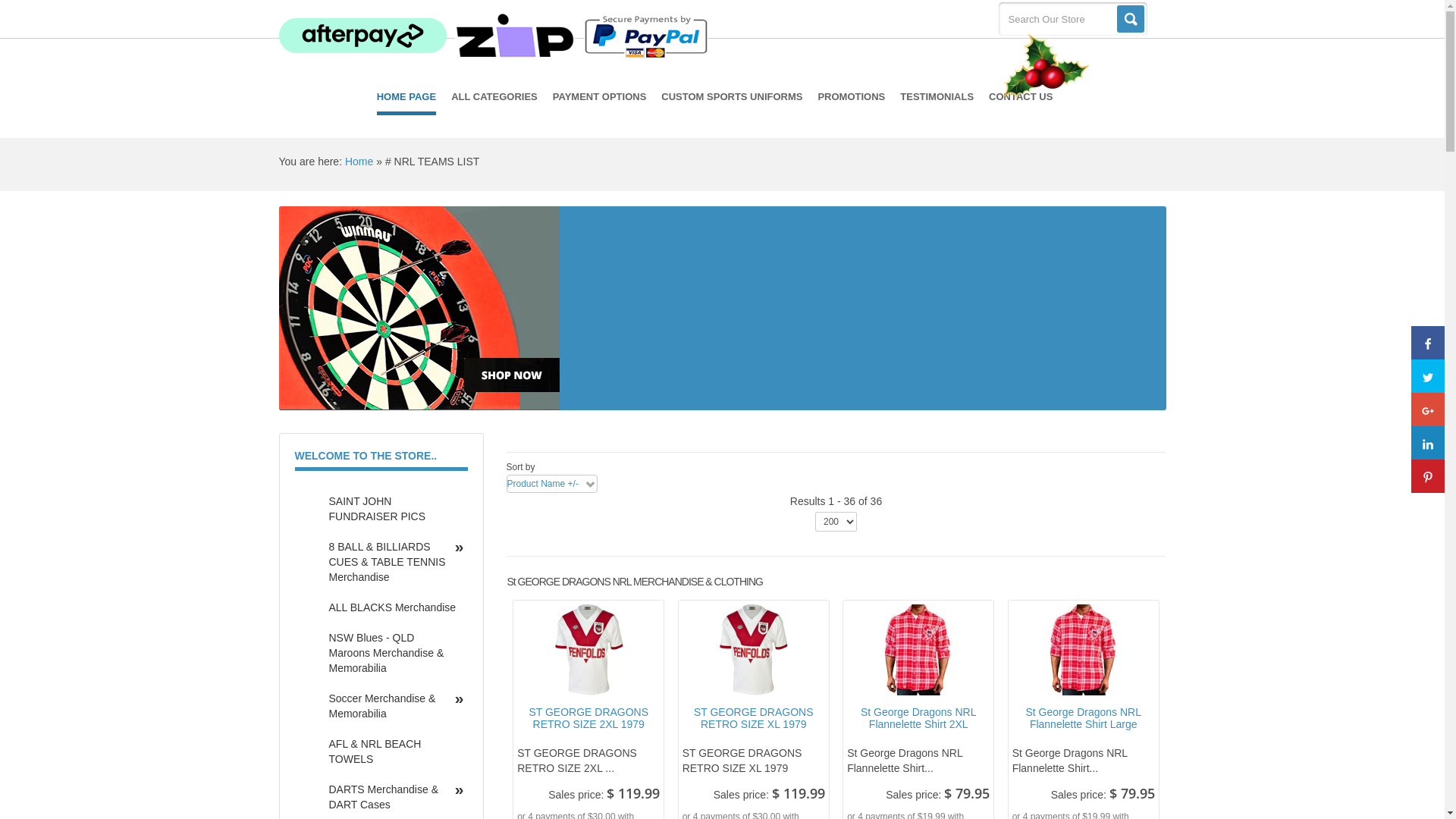 The height and width of the screenshot is (819, 1456). I want to click on 'Home', so click(344, 161).